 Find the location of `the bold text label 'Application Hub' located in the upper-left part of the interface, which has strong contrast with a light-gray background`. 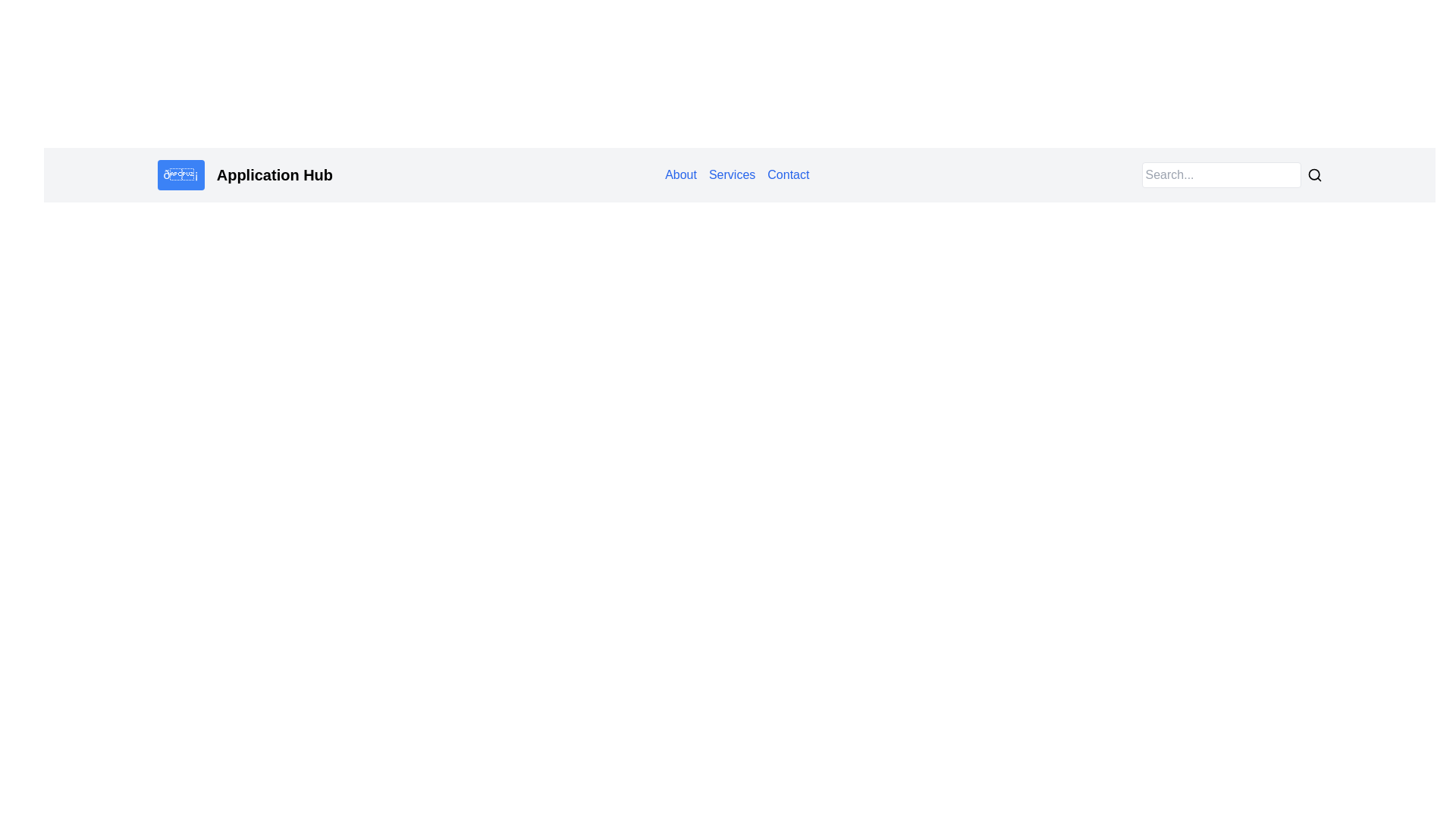

the bold text label 'Application Hub' located in the upper-left part of the interface, which has strong contrast with a light-gray background is located at coordinates (275, 174).